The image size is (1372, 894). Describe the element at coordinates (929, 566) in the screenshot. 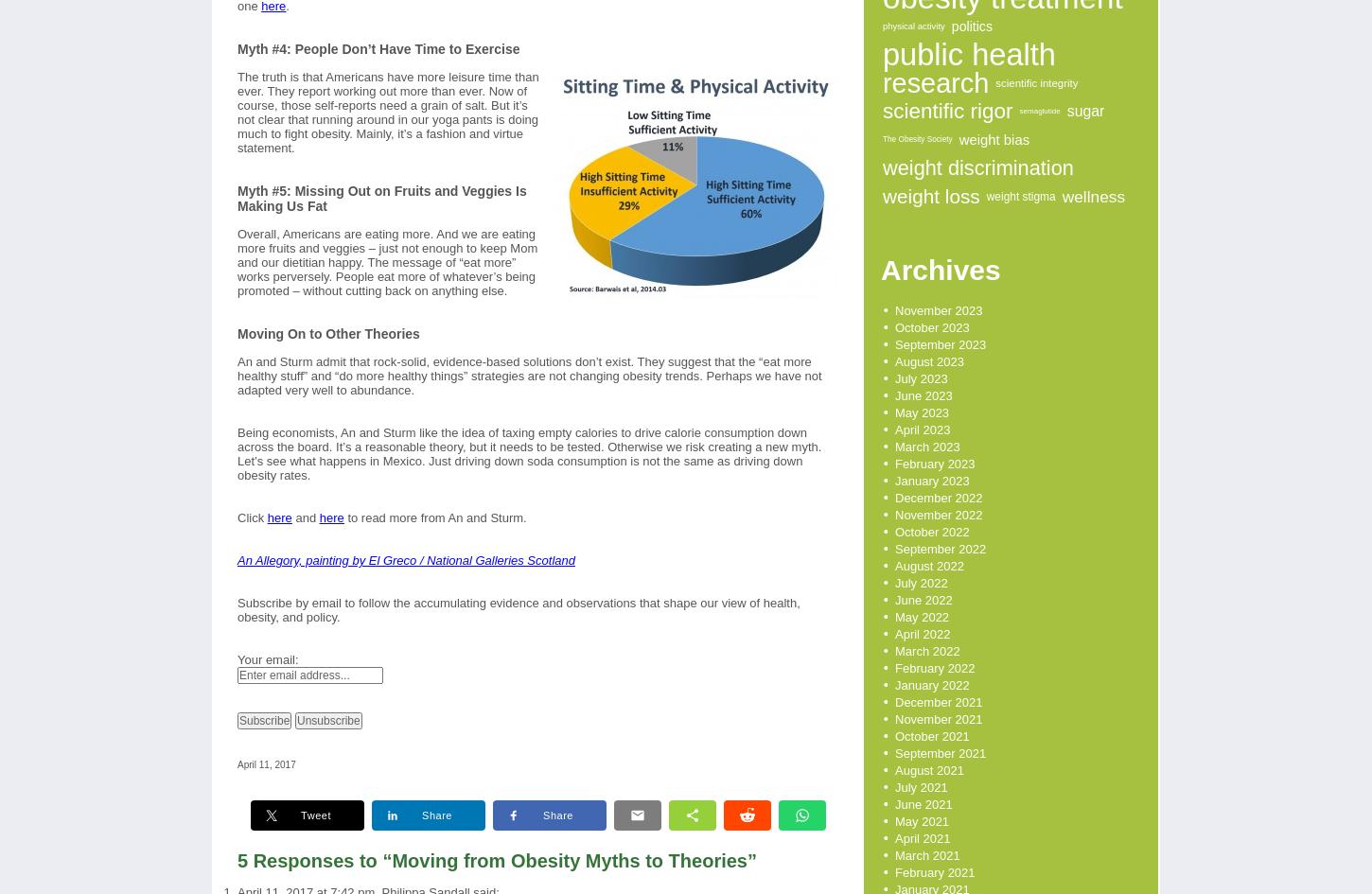

I see `'August 2022'` at that location.